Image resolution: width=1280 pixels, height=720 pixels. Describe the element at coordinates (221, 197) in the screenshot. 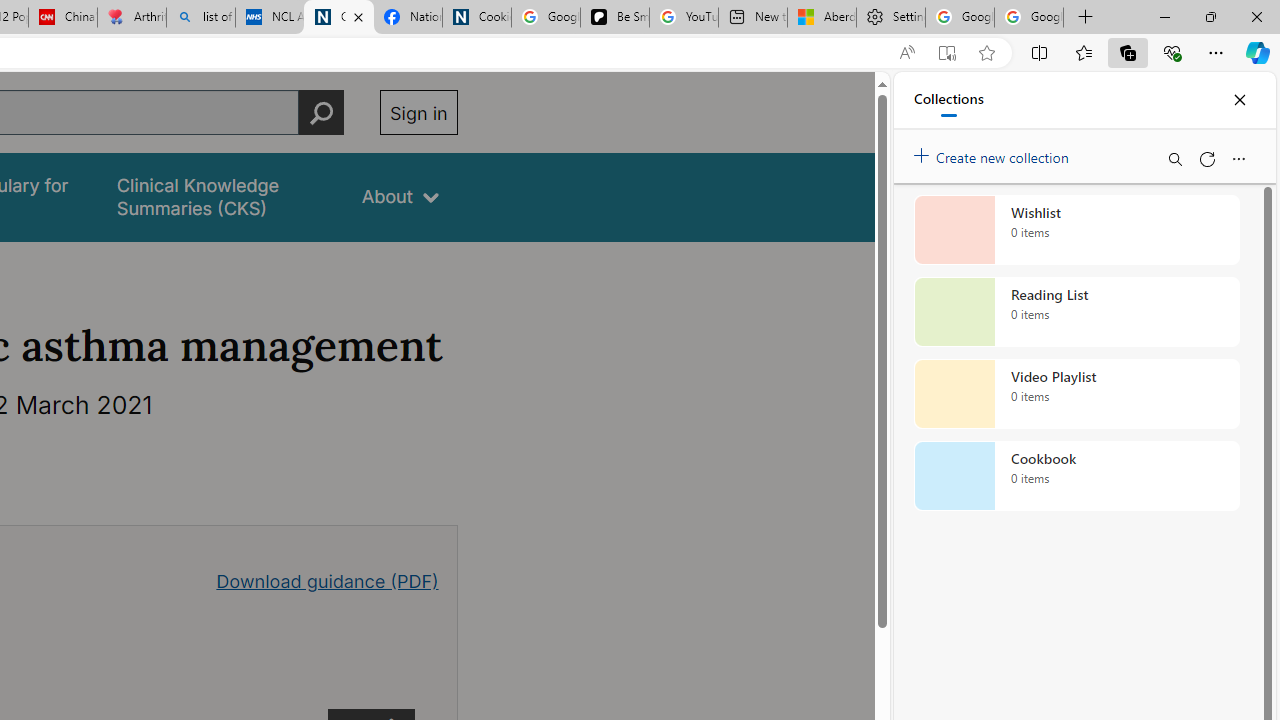

I see `'false'` at that location.